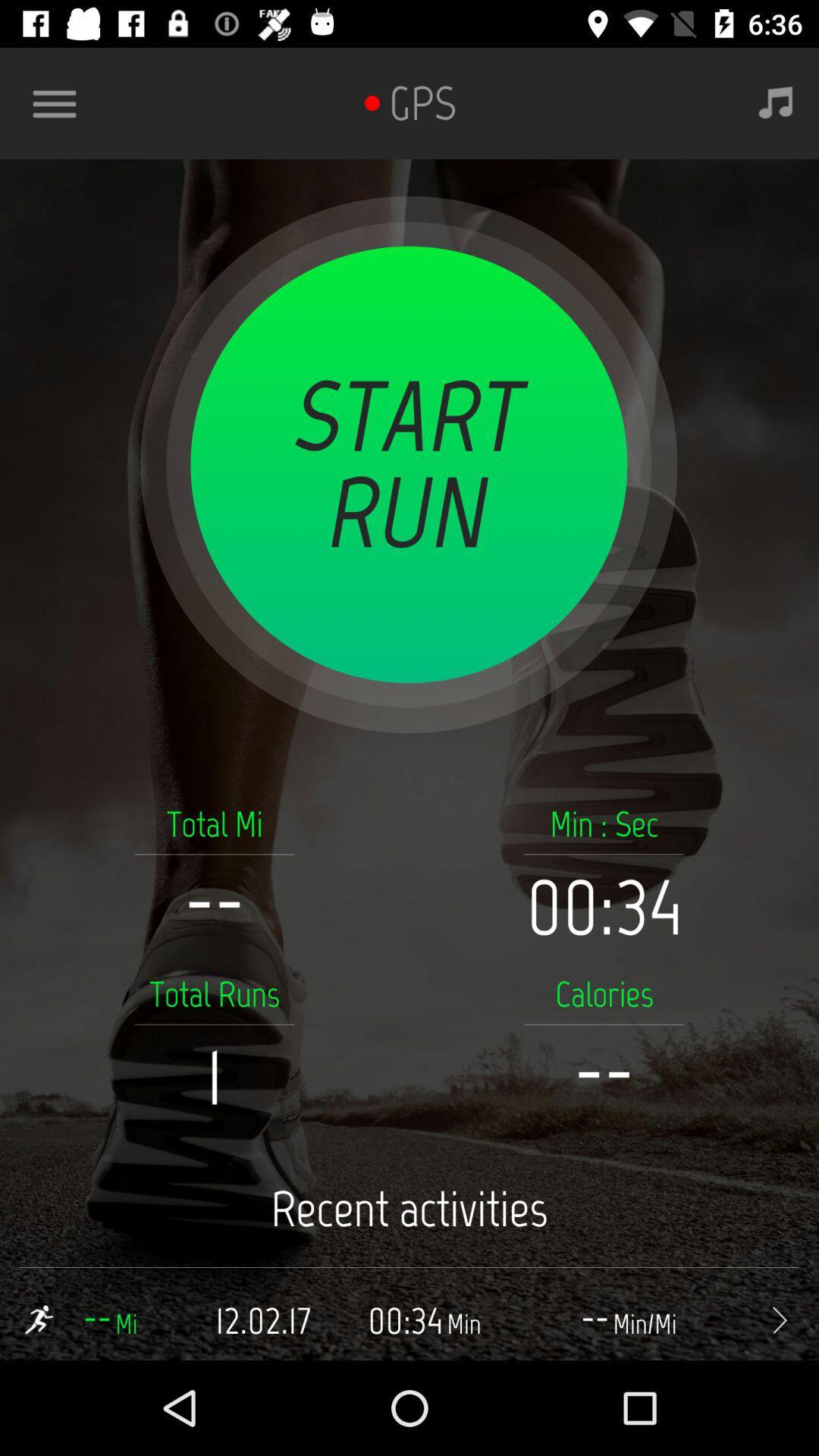 The width and height of the screenshot is (819, 1456). What do you see at coordinates (776, 102) in the screenshot?
I see `music option` at bounding box center [776, 102].